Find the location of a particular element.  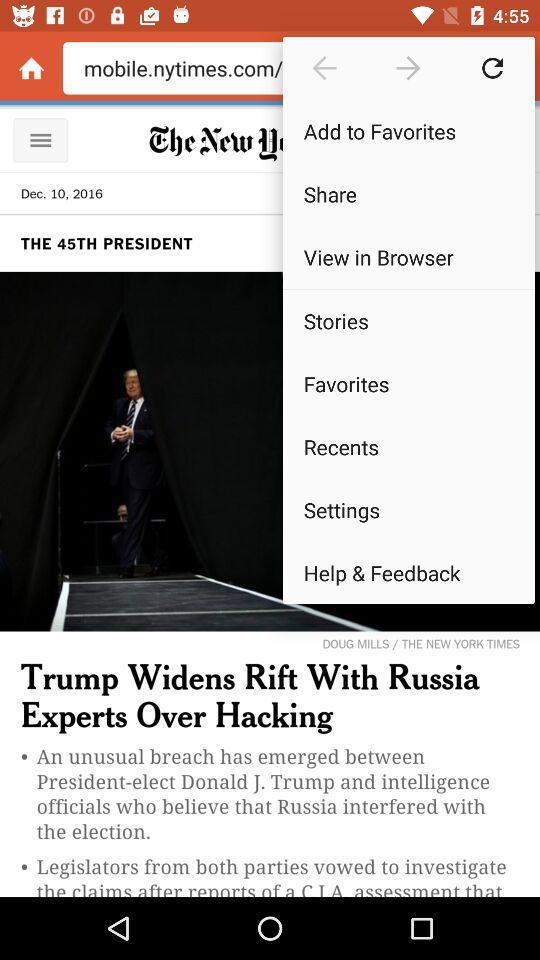

the item above add to favorites is located at coordinates (491, 68).